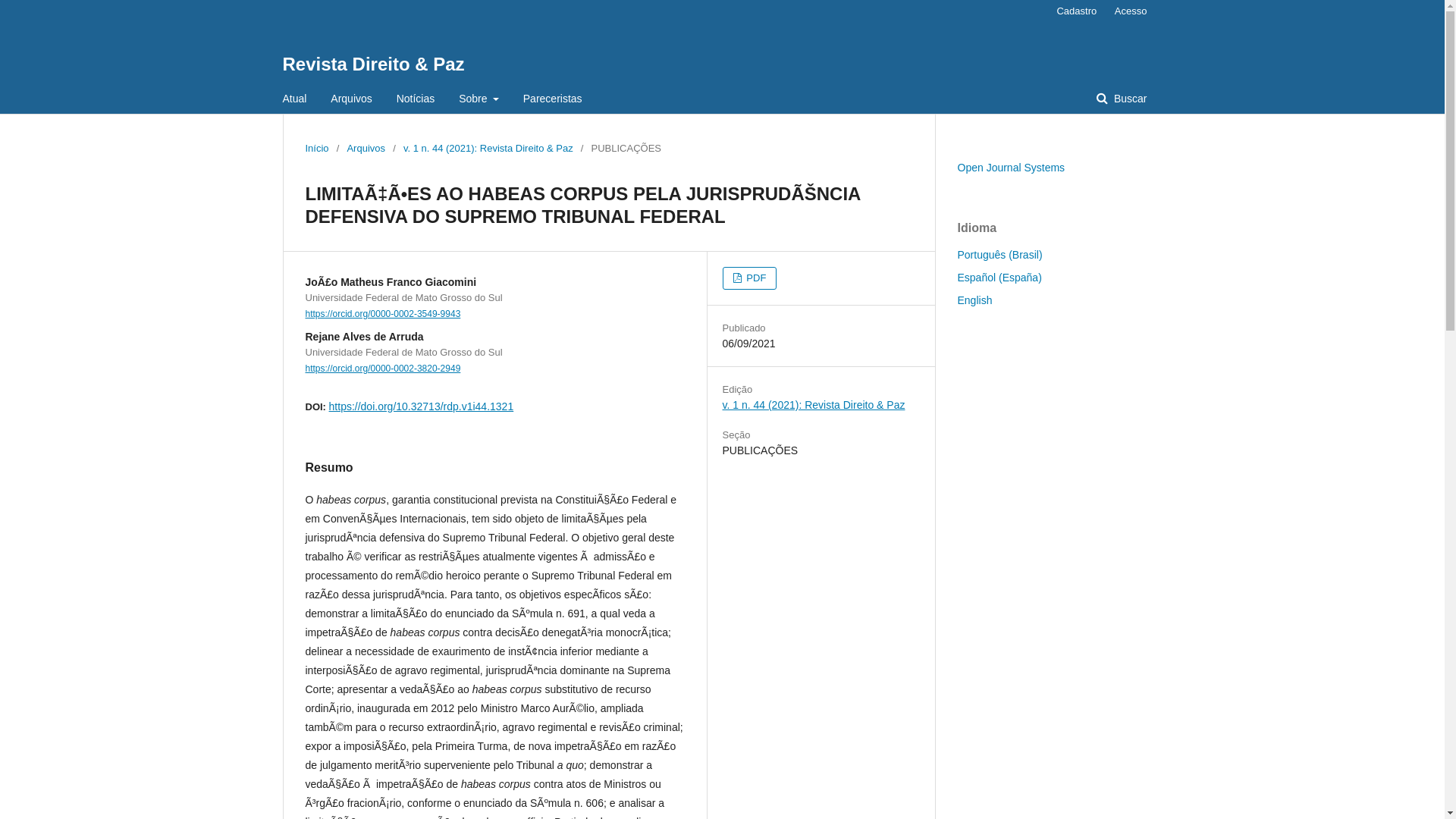  What do you see at coordinates (350, 99) in the screenshot?
I see `'Arquivos'` at bounding box center [350, 99].